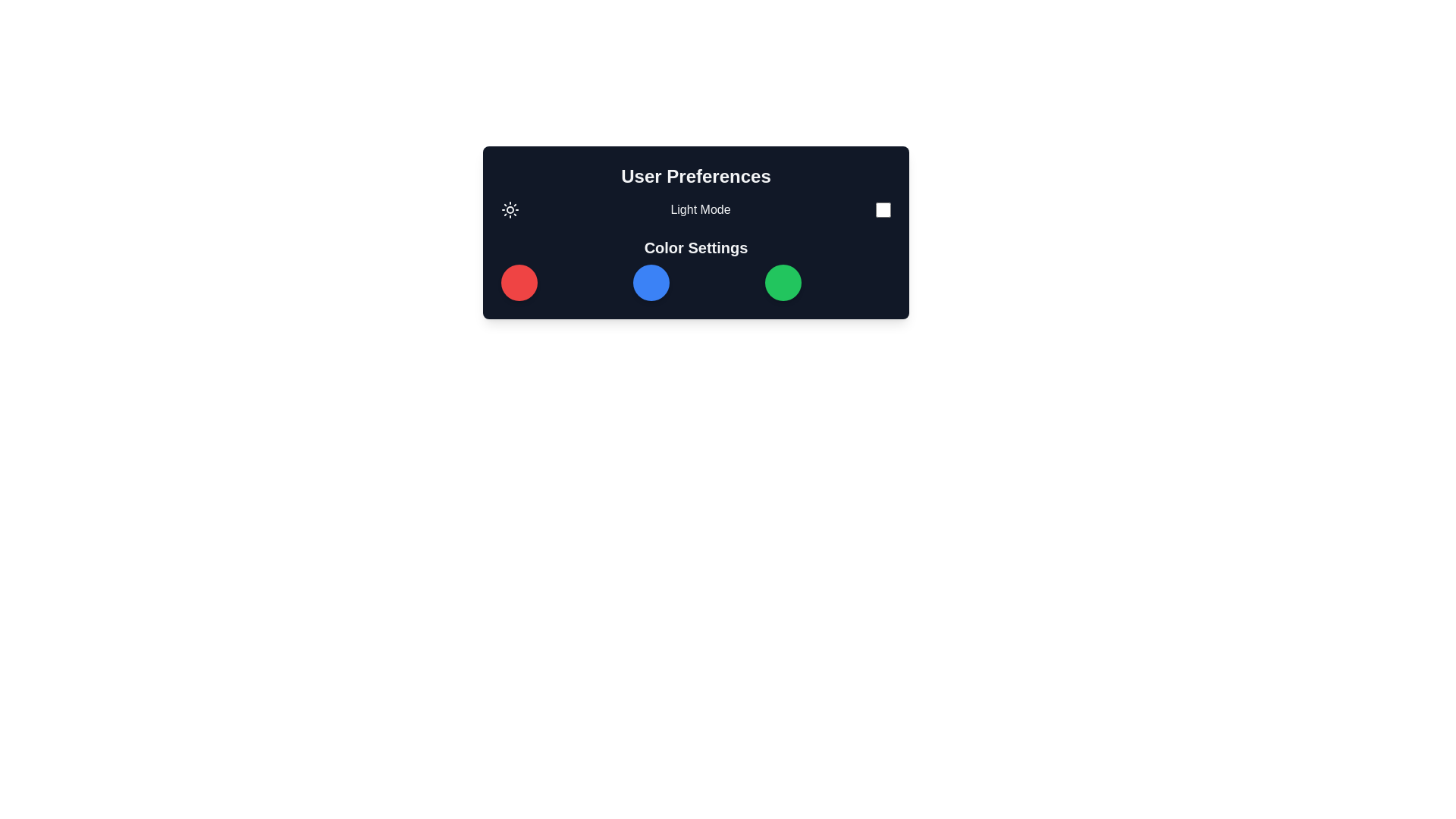 This screenshot has height=819, width=1456. Describe the element at coordinates (700, 210) in the screenshot. I see `the descriptive label for the light mode setting, which is centrally located between the sun icon and the checkbox toggle` at that location.